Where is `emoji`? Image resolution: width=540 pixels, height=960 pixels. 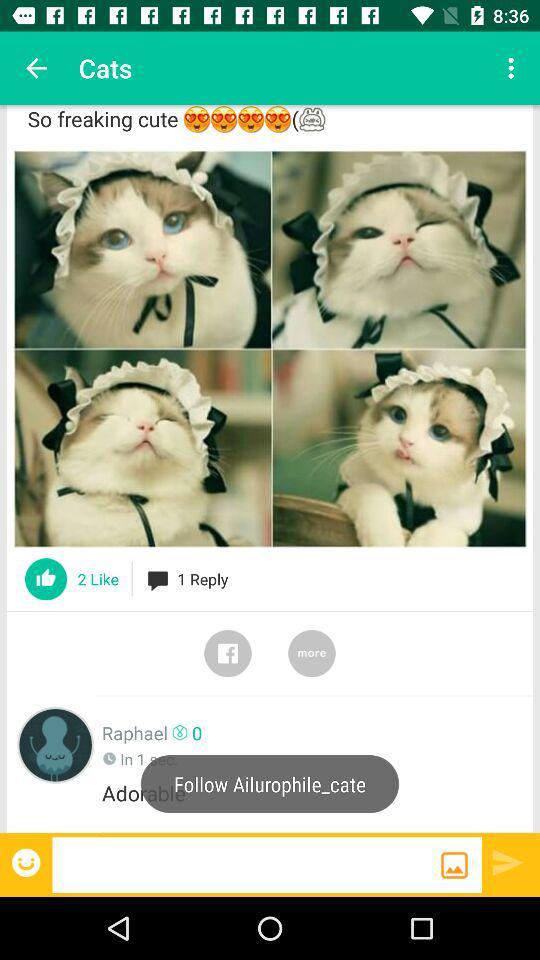
emoji is located at coordinates (27, 861).